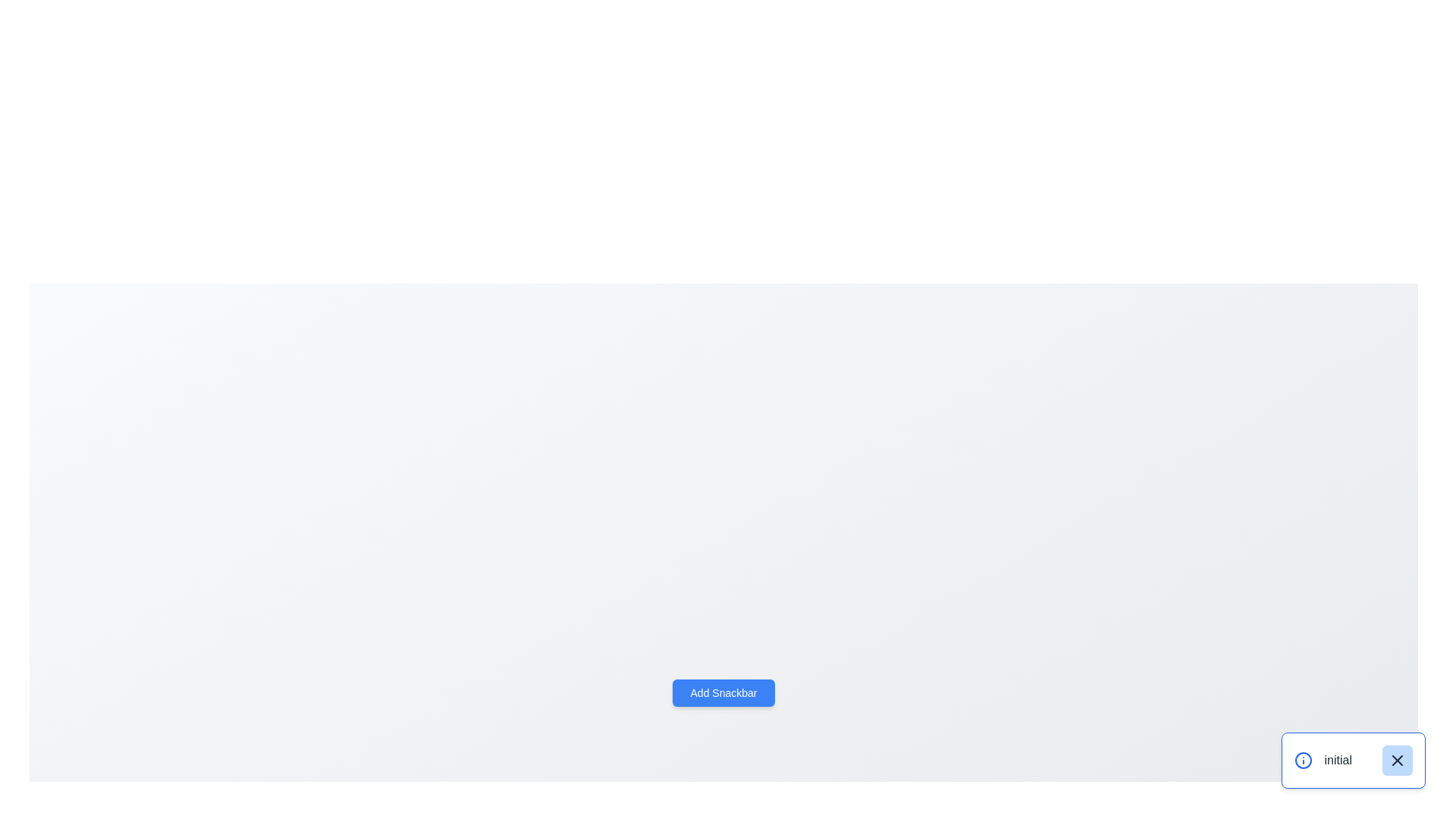 The height and width of the screenshot is (819, 1456). Describe the element at coordinates (1397, 760) in the screenshot. I see `the 'X' close icon, which is a small gray graphical component located at the bottom-right corner of the user interface` at that location.